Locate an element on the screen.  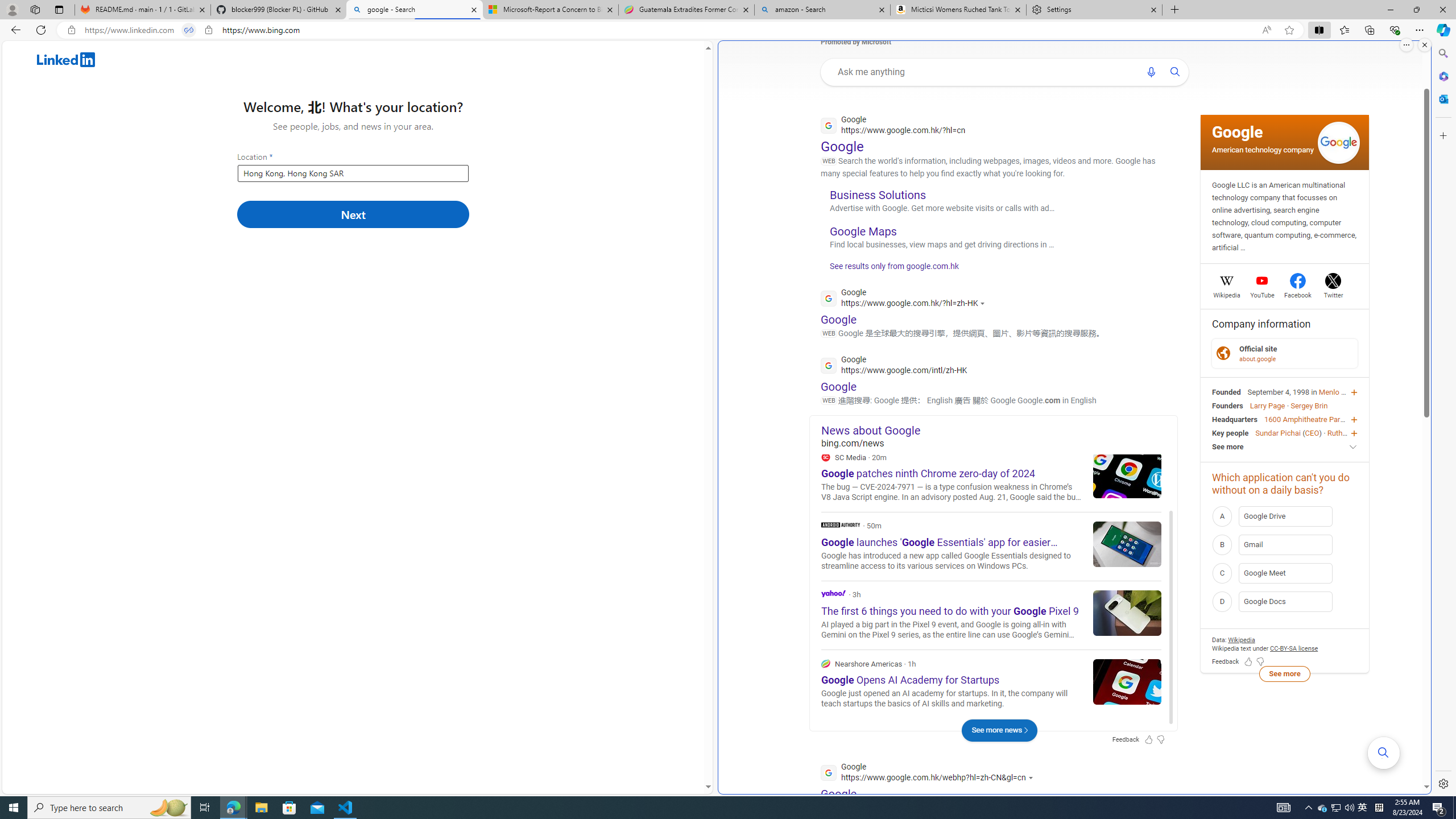
'Founders' is located at coordinates (1227, 405).